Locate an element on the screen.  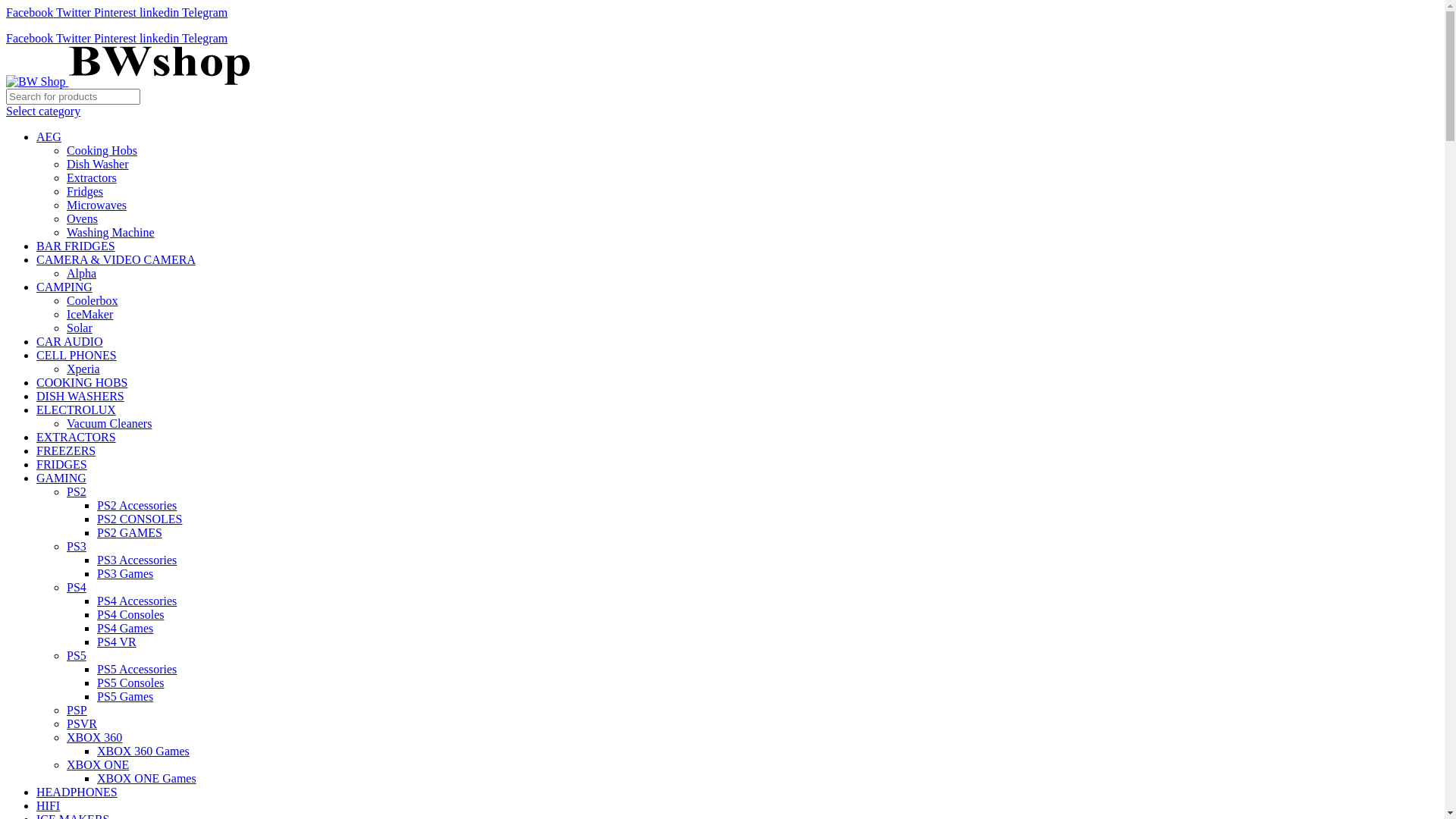
'Telegram' is located at coordinates (203, 37).